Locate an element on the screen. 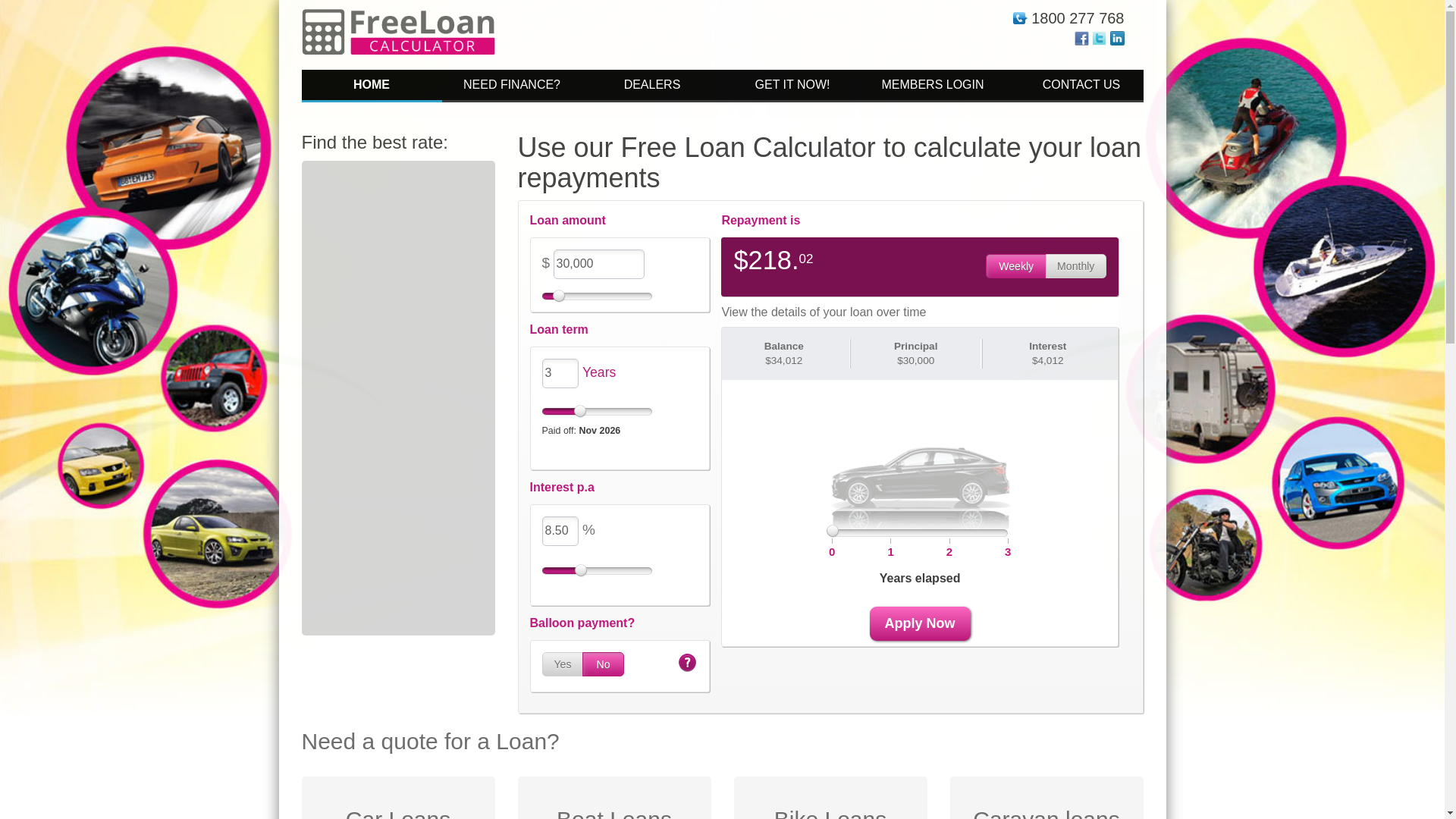 Image resolution: width=1456 pixels, height=819 pixels. 'NEED FINANCE?' is located at coordinates (440, 86).